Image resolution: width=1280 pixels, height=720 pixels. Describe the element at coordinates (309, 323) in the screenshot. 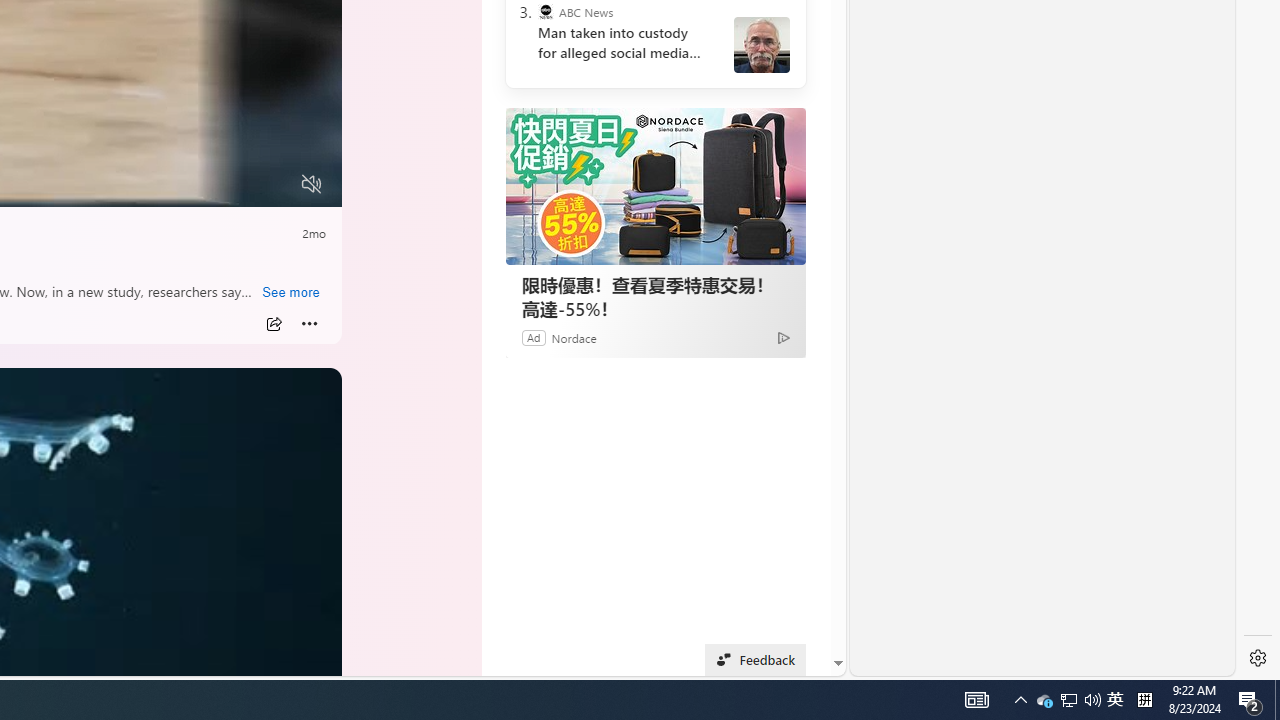

I see `'More'` at that location.